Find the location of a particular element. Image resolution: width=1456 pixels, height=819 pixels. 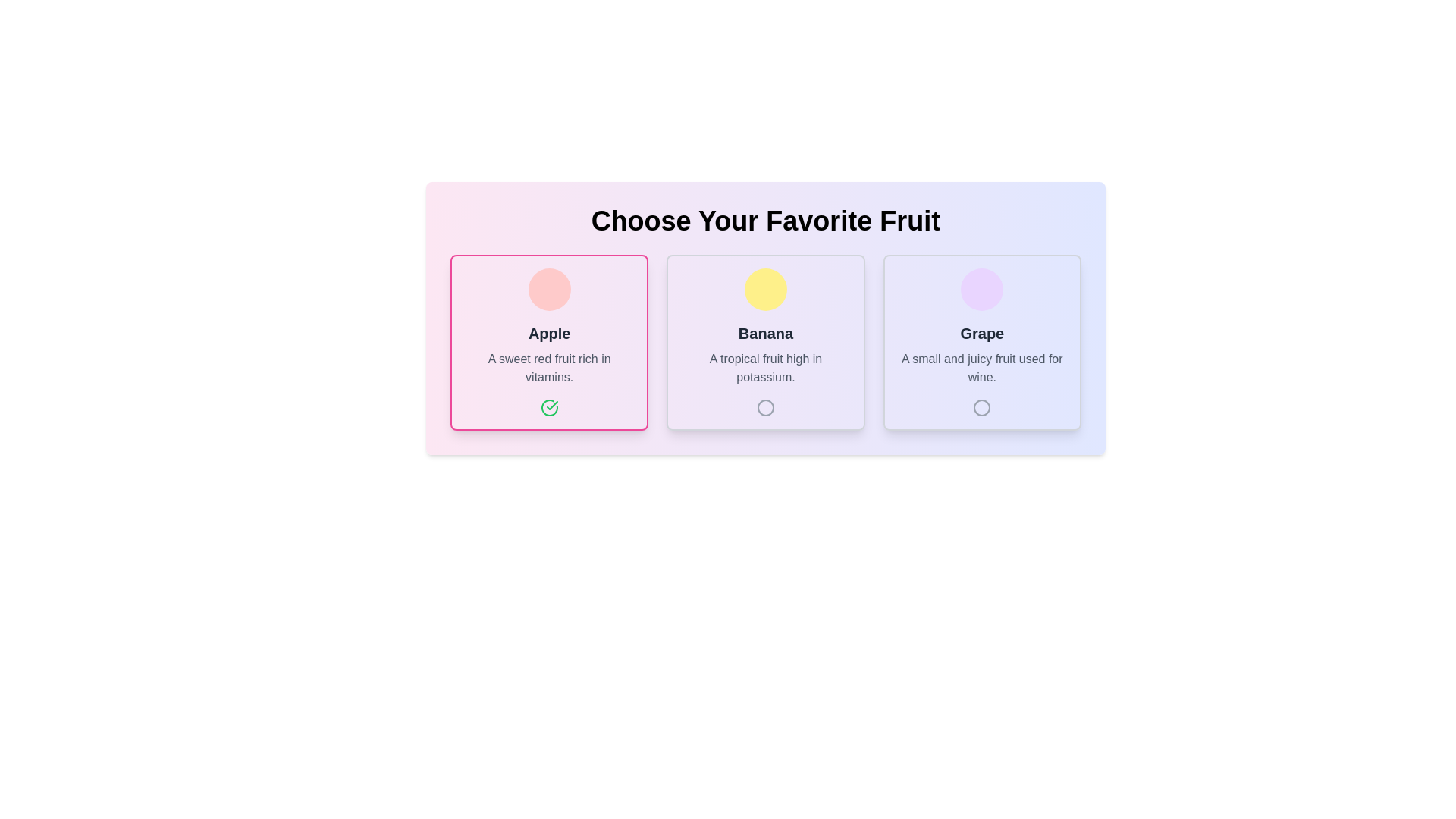

the circular icon with a gray stroke representing the selectable option is located at coordinates (765, 406).